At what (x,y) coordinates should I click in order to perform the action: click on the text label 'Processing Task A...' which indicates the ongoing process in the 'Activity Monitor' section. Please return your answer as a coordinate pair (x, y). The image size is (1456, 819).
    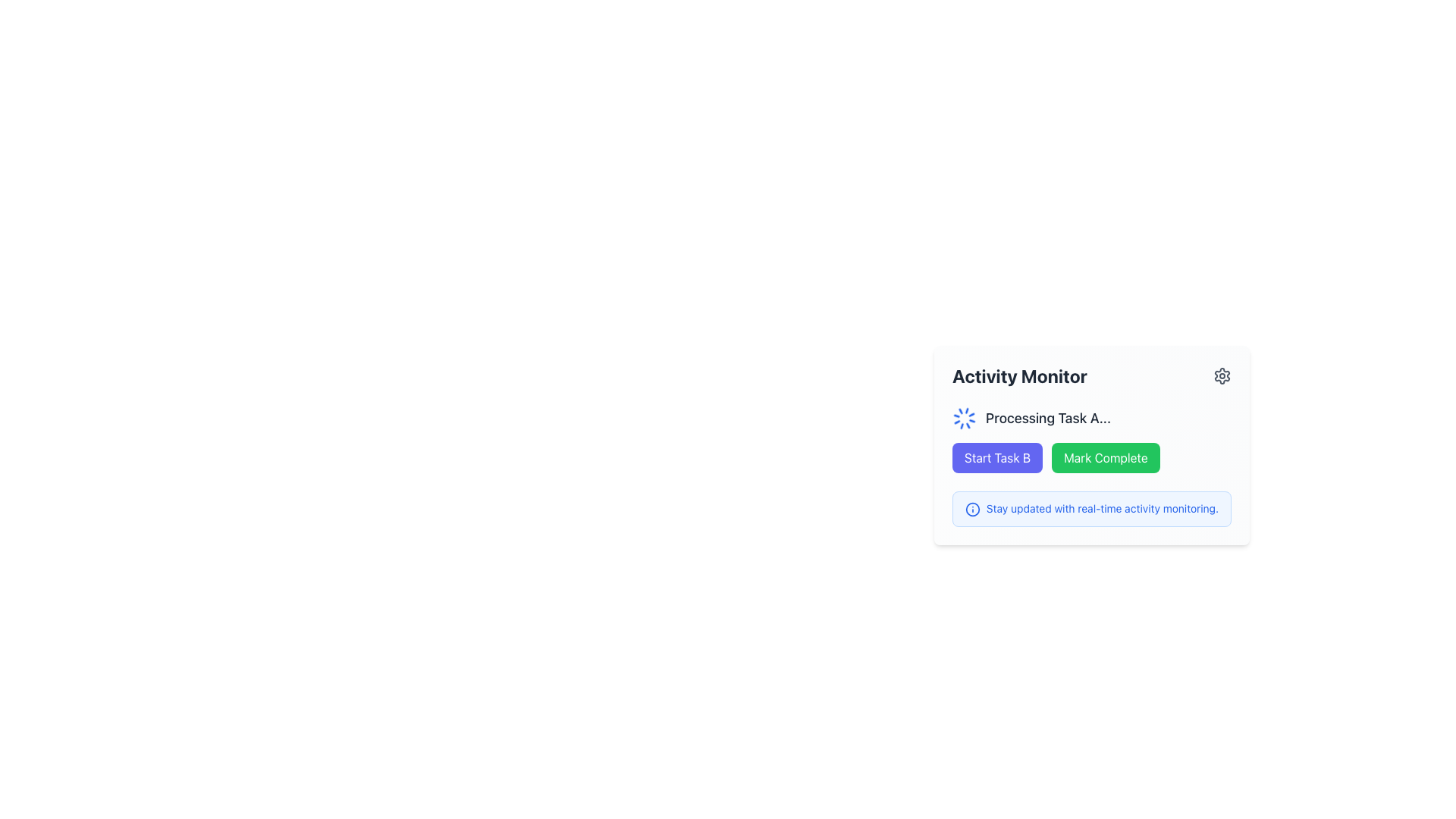
    Looking at the image, I should click on (1047, 418).